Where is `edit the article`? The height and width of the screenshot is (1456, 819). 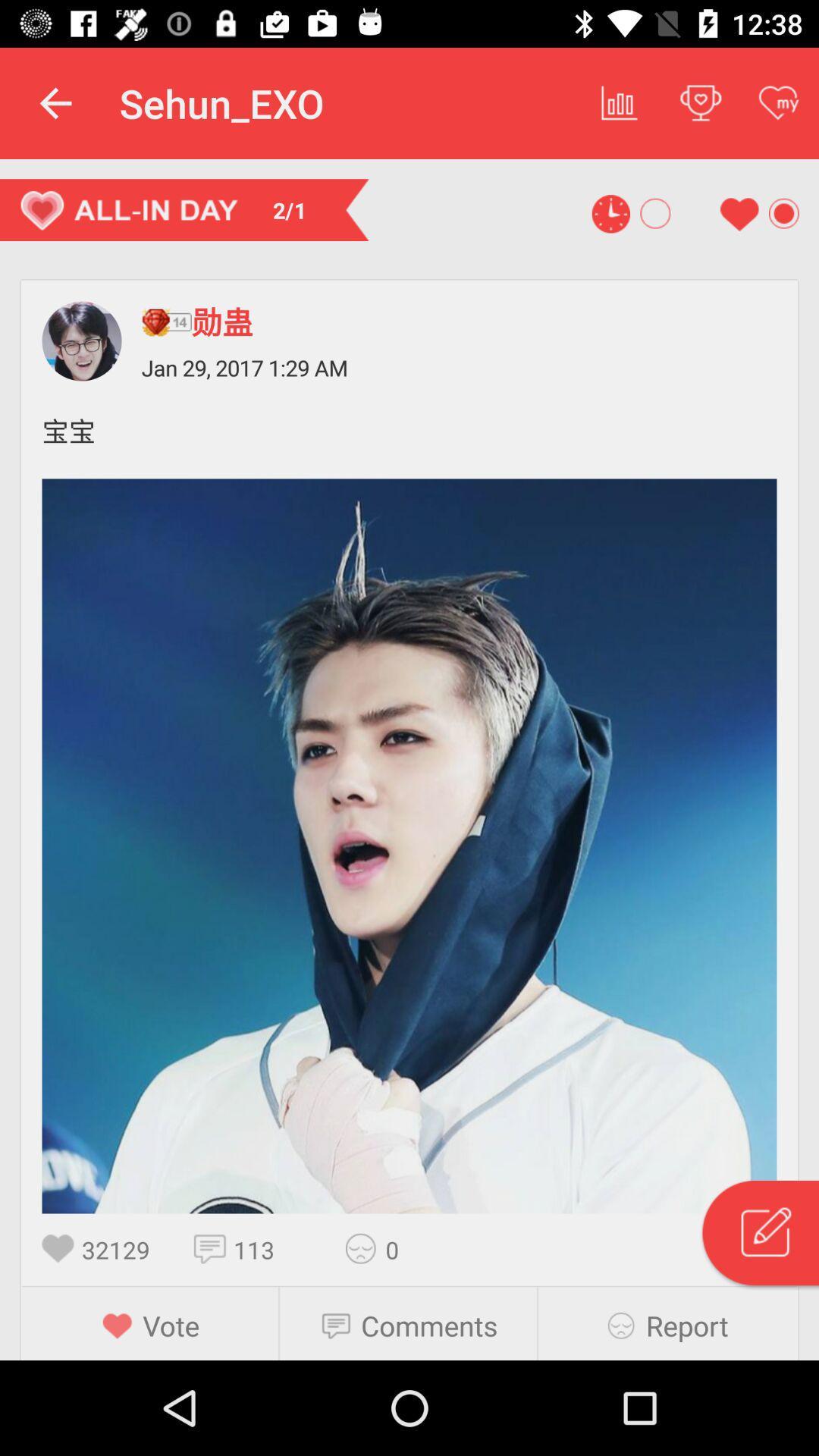 edit the article is located at coordinates (759, 1235).